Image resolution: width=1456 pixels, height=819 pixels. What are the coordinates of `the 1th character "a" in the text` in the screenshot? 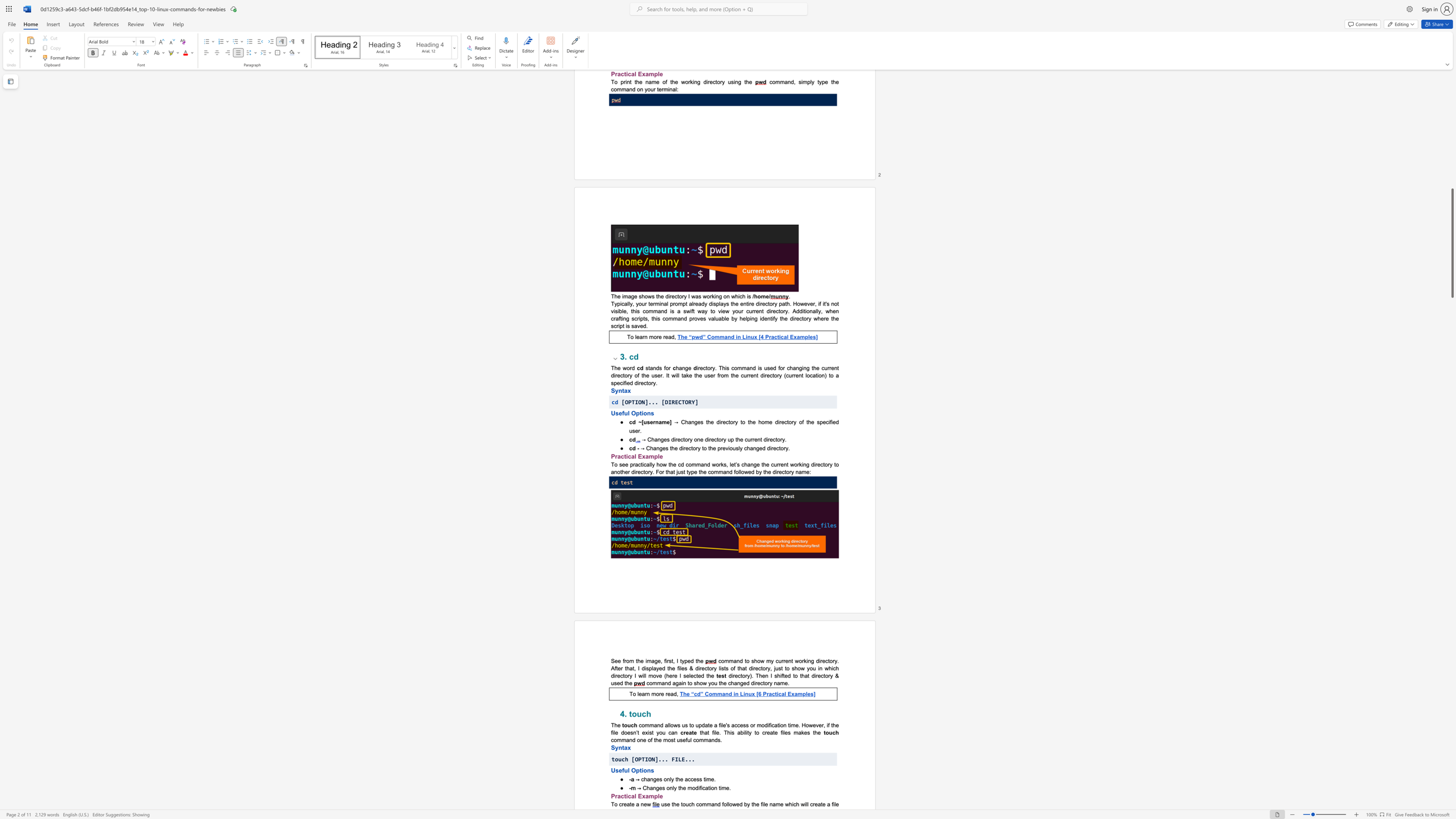 It's located at (627, 740).